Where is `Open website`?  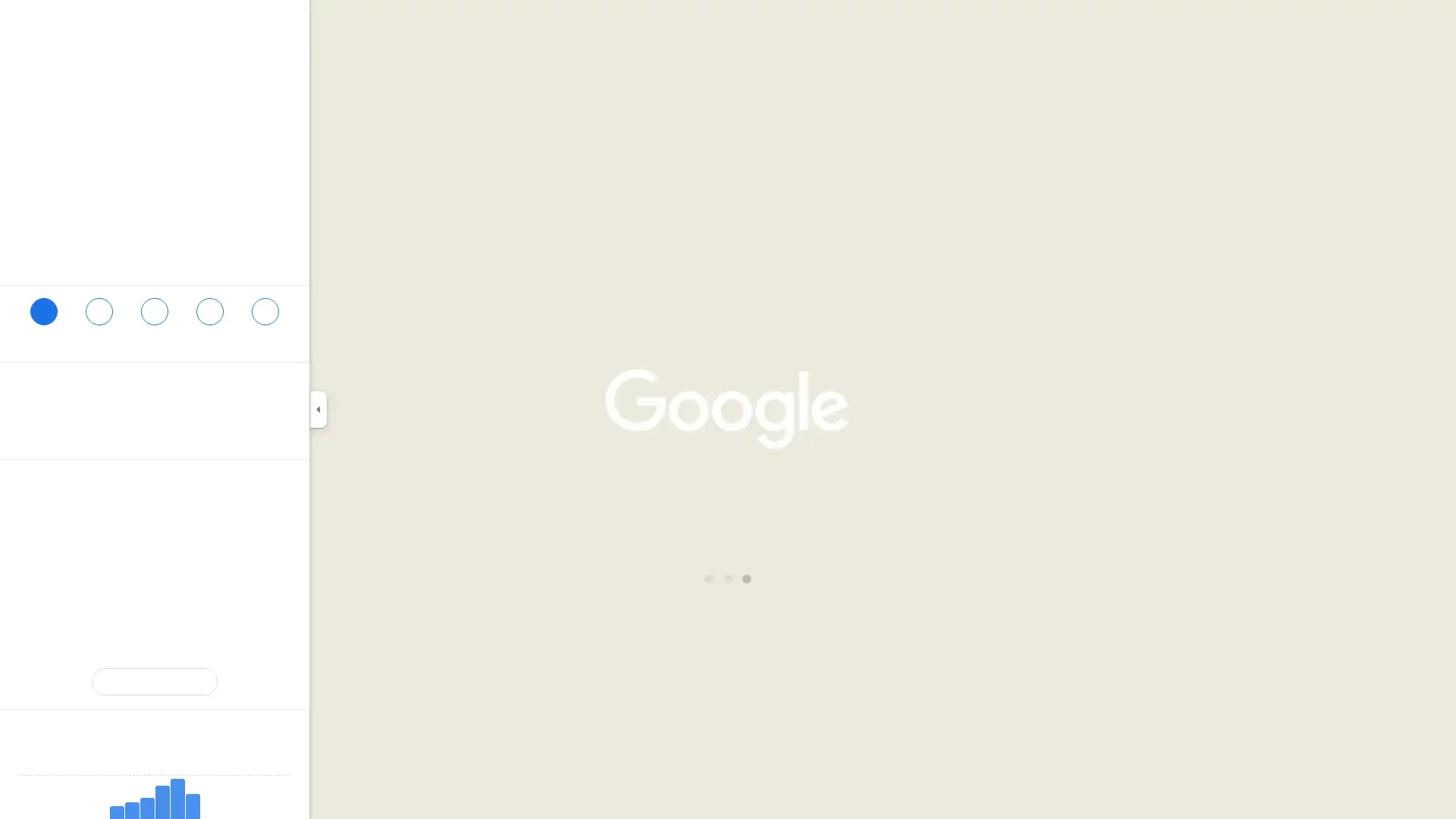
Open website is located at coordinates (261, 532).